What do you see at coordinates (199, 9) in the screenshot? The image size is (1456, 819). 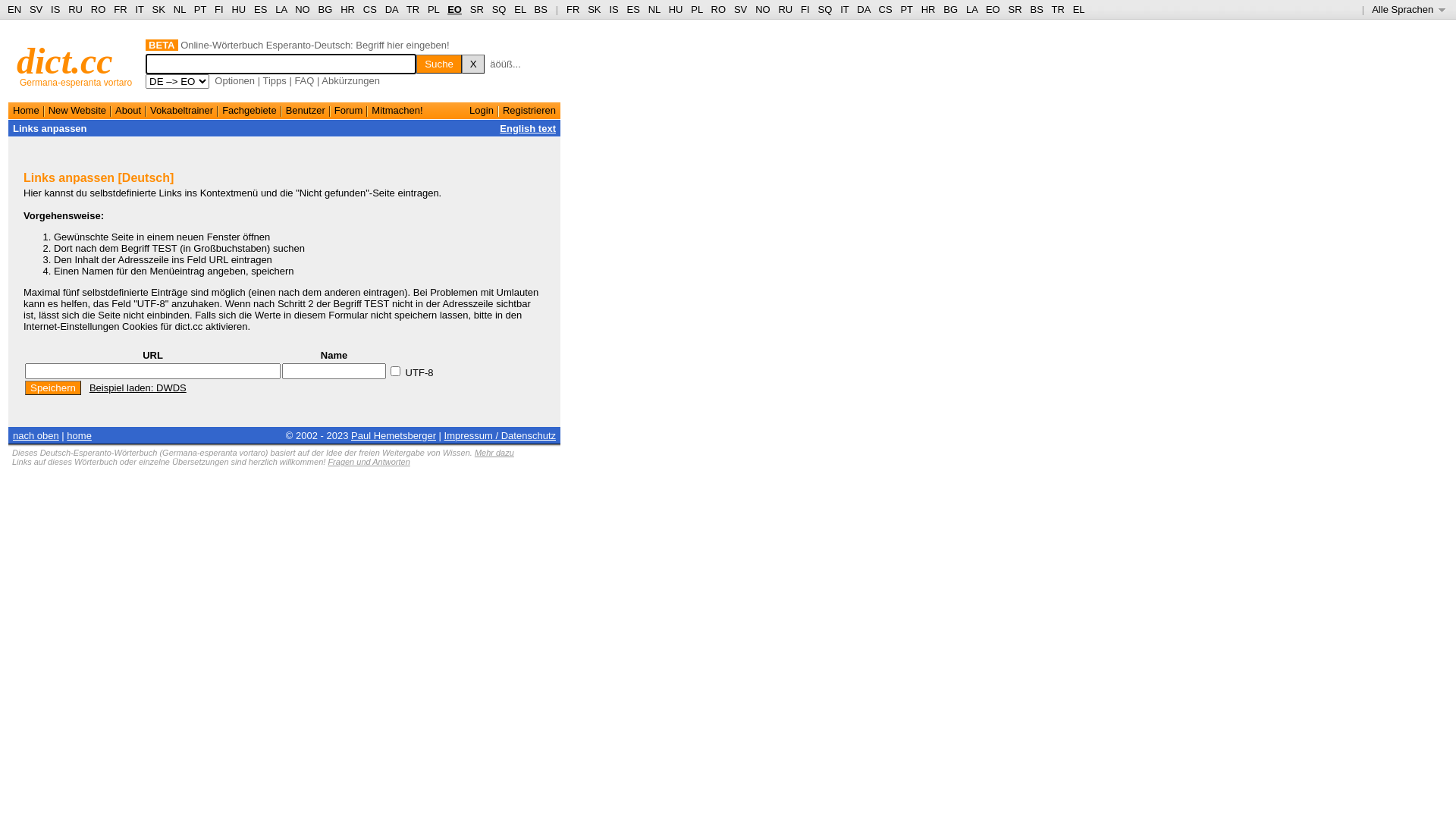 I see `'PT'` at bounding box center [199, 9].